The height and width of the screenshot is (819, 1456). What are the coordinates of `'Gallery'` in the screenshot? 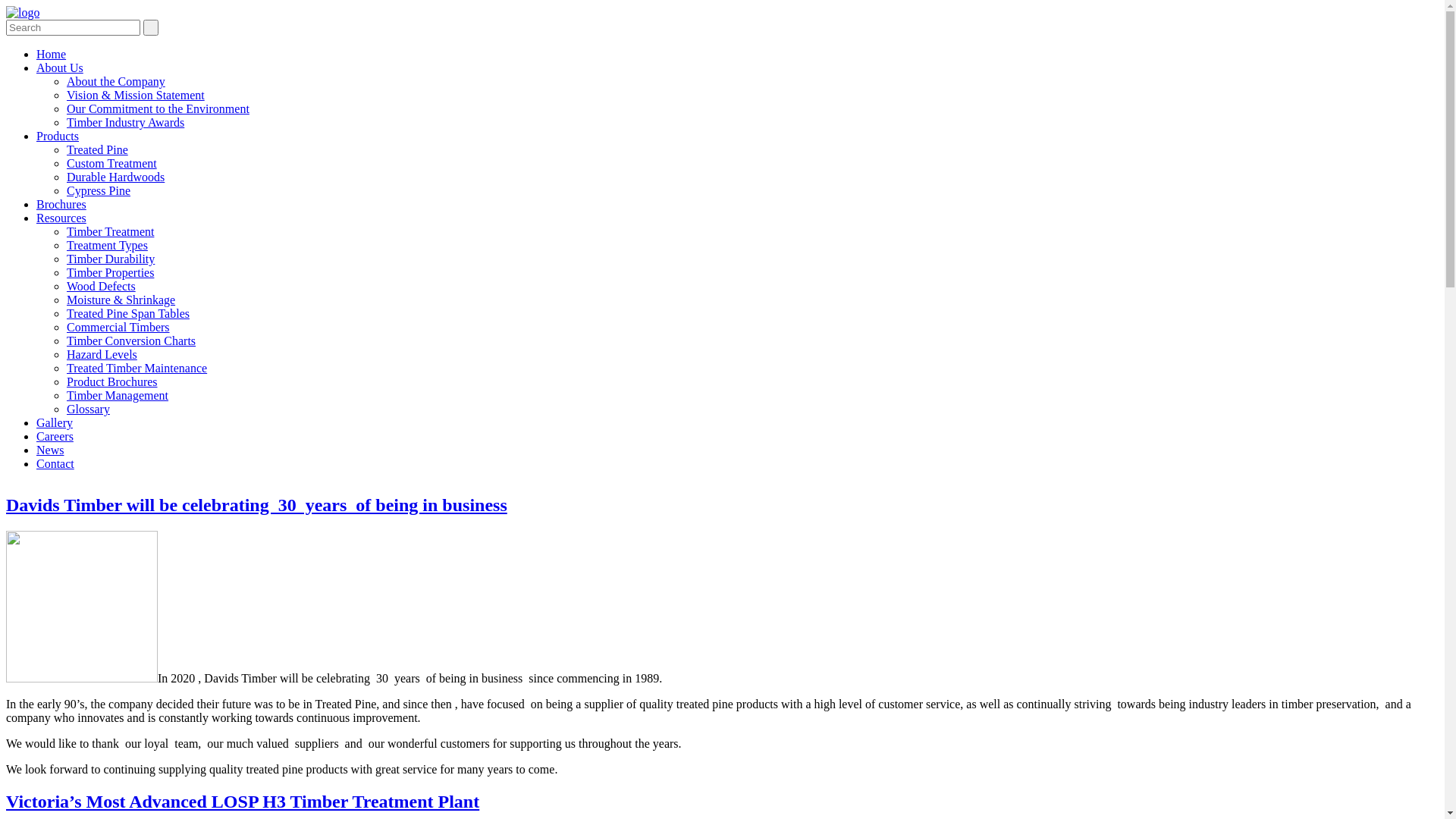 It's located at (55, 422).